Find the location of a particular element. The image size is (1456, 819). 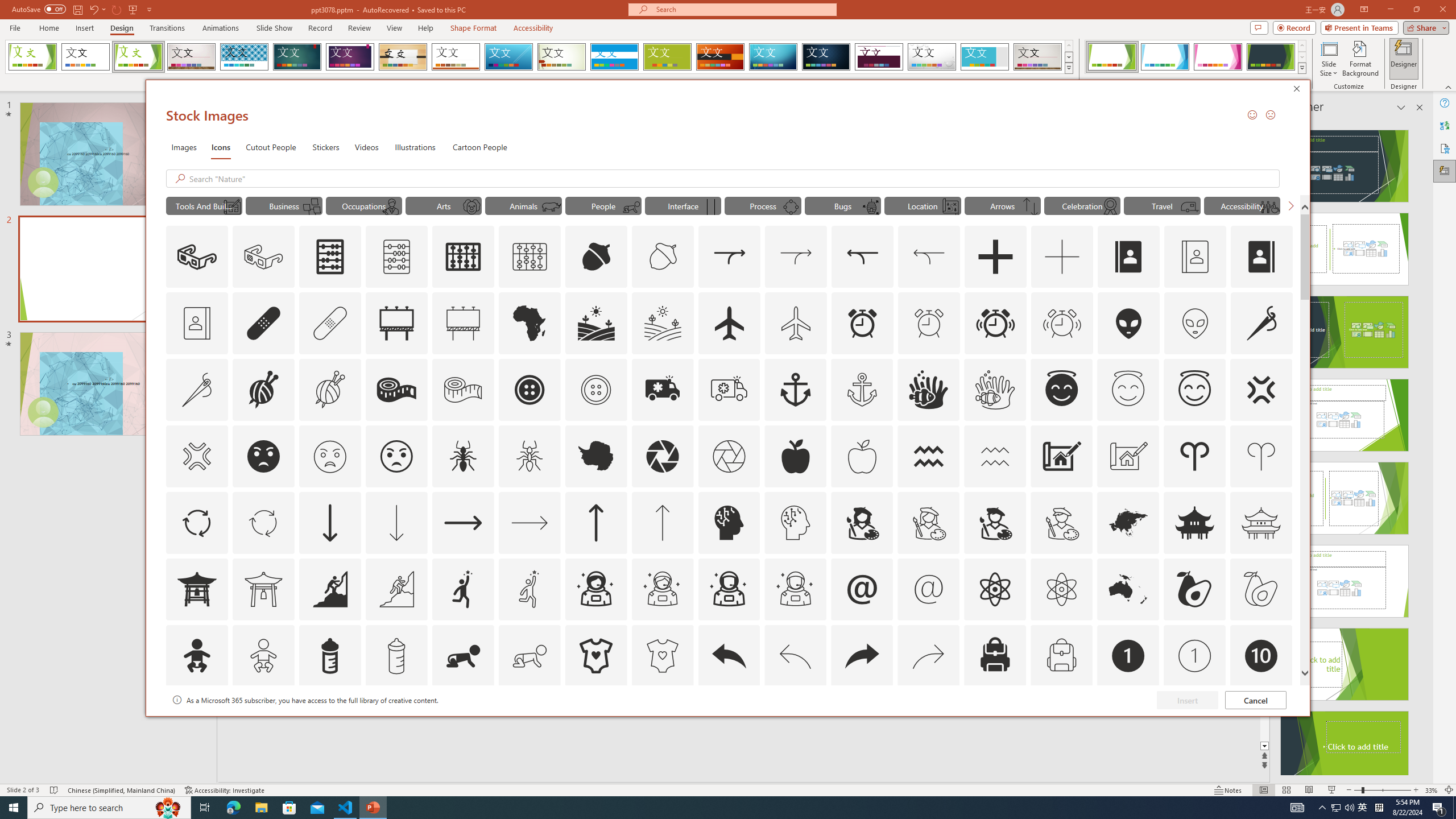

'AutomationID: Icons_ArtistFemale_M' is located at coordinates (928, 522).